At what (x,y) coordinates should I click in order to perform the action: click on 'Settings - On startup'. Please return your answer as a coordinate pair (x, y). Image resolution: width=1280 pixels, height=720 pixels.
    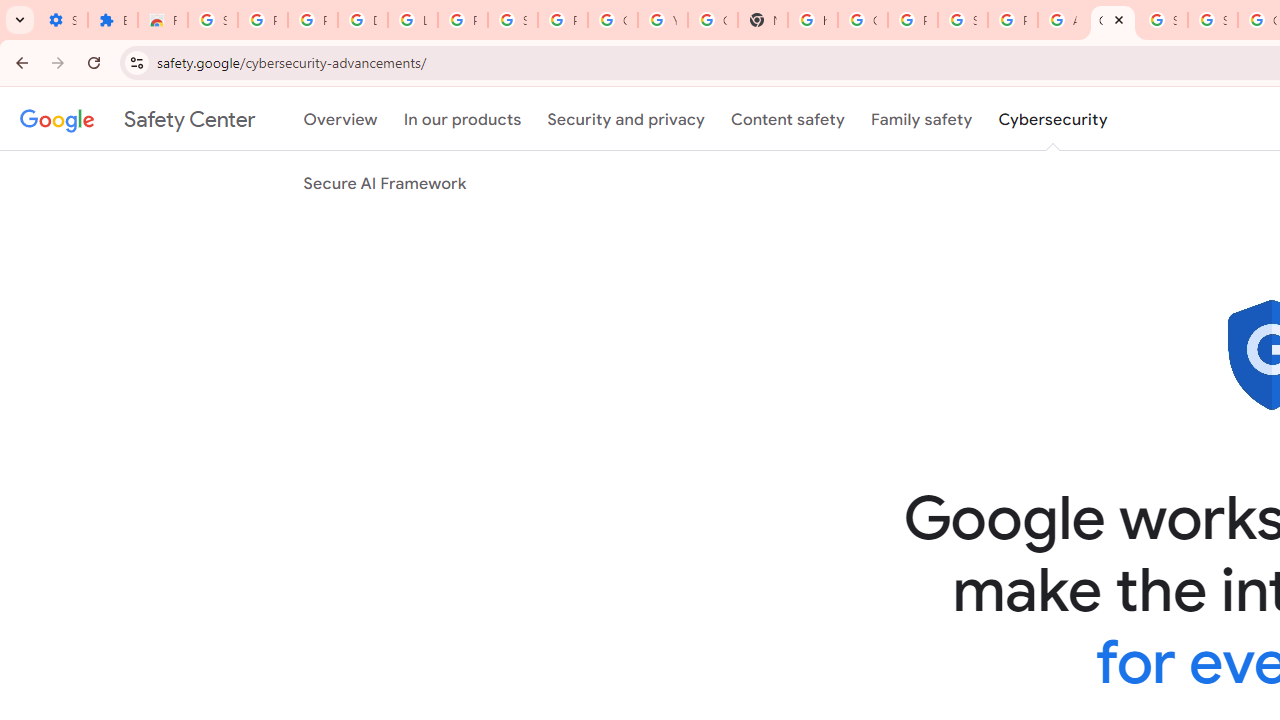
    Looking at the image, I should click on (62, 20).